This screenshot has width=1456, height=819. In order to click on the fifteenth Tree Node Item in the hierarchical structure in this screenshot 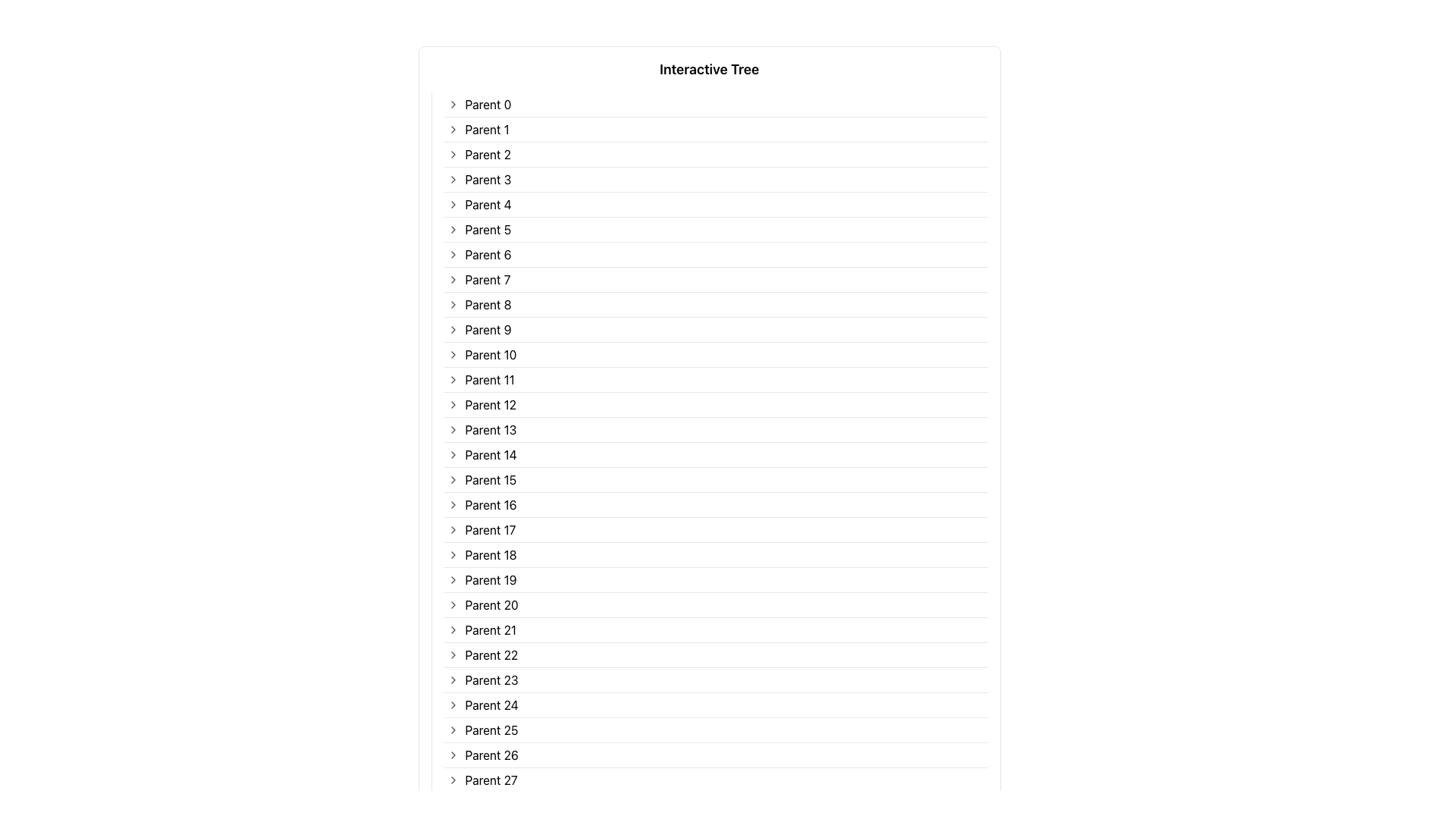, I will do `click(715, 479)`.